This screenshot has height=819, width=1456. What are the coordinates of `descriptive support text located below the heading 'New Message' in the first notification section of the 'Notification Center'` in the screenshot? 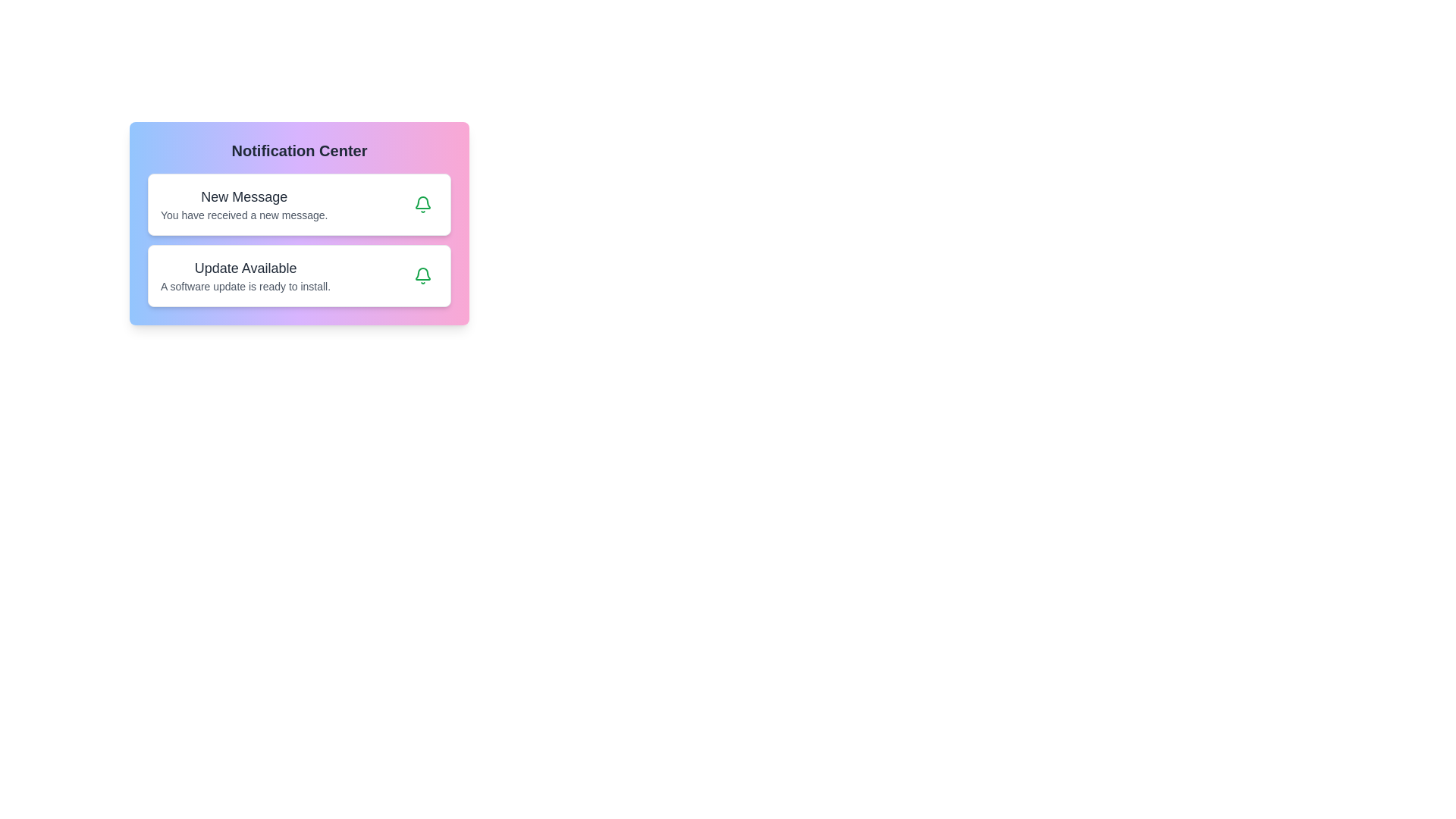 It's located at (244, 215).